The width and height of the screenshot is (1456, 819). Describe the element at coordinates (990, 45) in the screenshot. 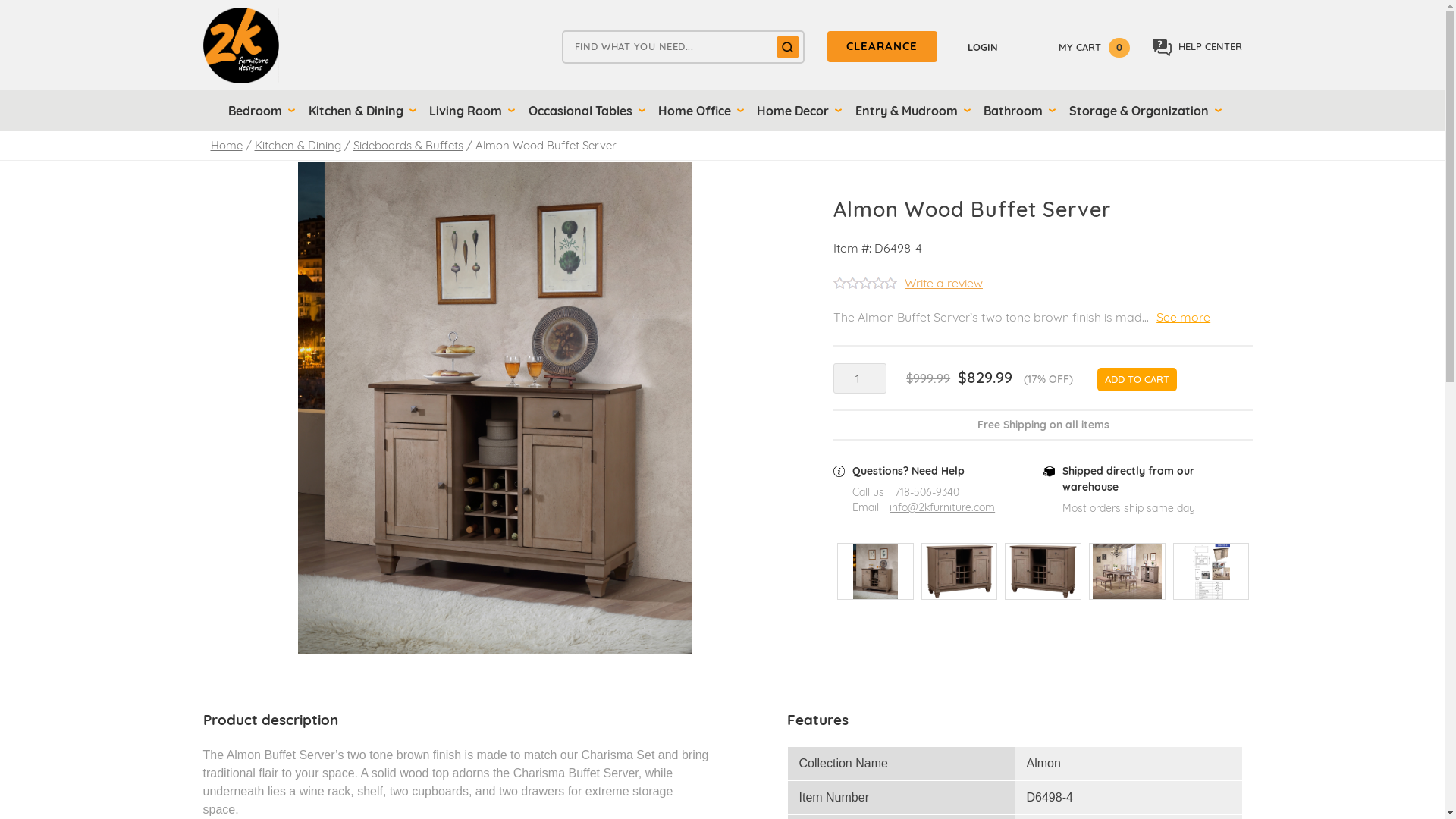

I see `'LOGIN'` at that location.